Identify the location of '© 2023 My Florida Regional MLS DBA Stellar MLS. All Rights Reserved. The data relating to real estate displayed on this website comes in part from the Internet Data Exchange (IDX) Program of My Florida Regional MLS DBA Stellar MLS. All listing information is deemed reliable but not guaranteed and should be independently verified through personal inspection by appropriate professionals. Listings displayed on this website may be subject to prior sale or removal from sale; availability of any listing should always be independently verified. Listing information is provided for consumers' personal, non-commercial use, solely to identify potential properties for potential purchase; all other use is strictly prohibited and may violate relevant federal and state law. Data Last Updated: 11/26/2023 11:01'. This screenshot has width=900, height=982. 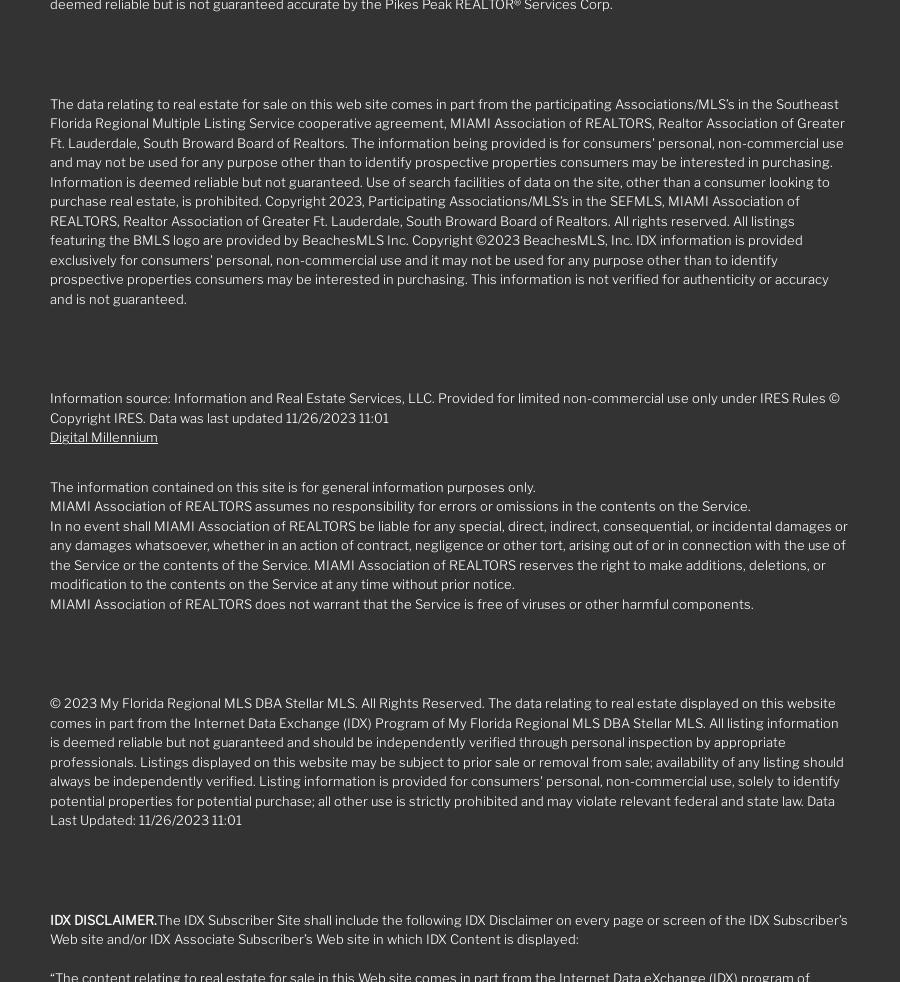
(447, 761).